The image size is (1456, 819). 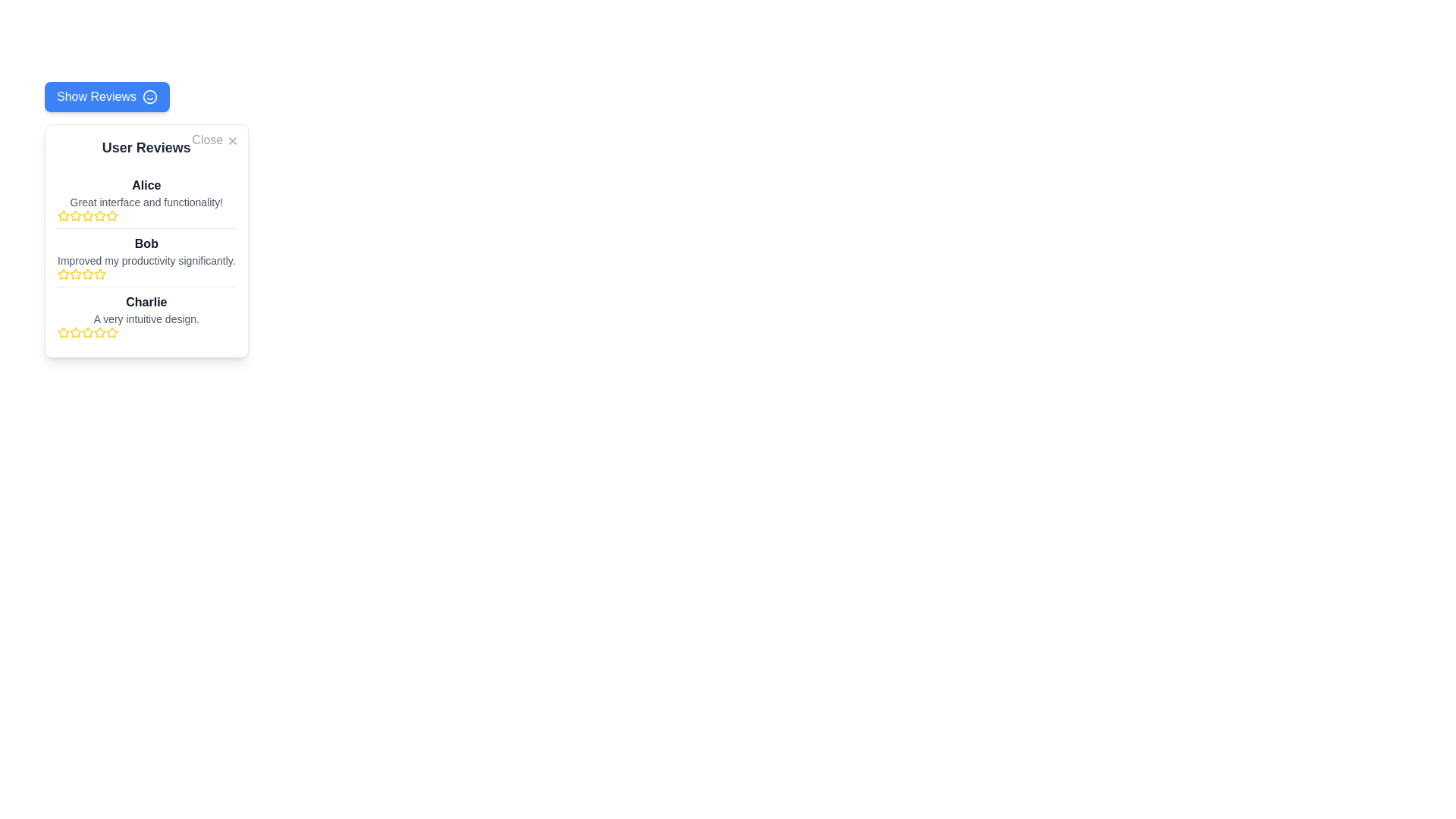 What do you see at coordinates (146, 198) in the screenshot?
I see `user review displayed in the Review Display Block, which is the first entry in the list of reviews, positioned above reviews labeled 'Bob' and 'Charlie'` at bounding box center [146, 198].